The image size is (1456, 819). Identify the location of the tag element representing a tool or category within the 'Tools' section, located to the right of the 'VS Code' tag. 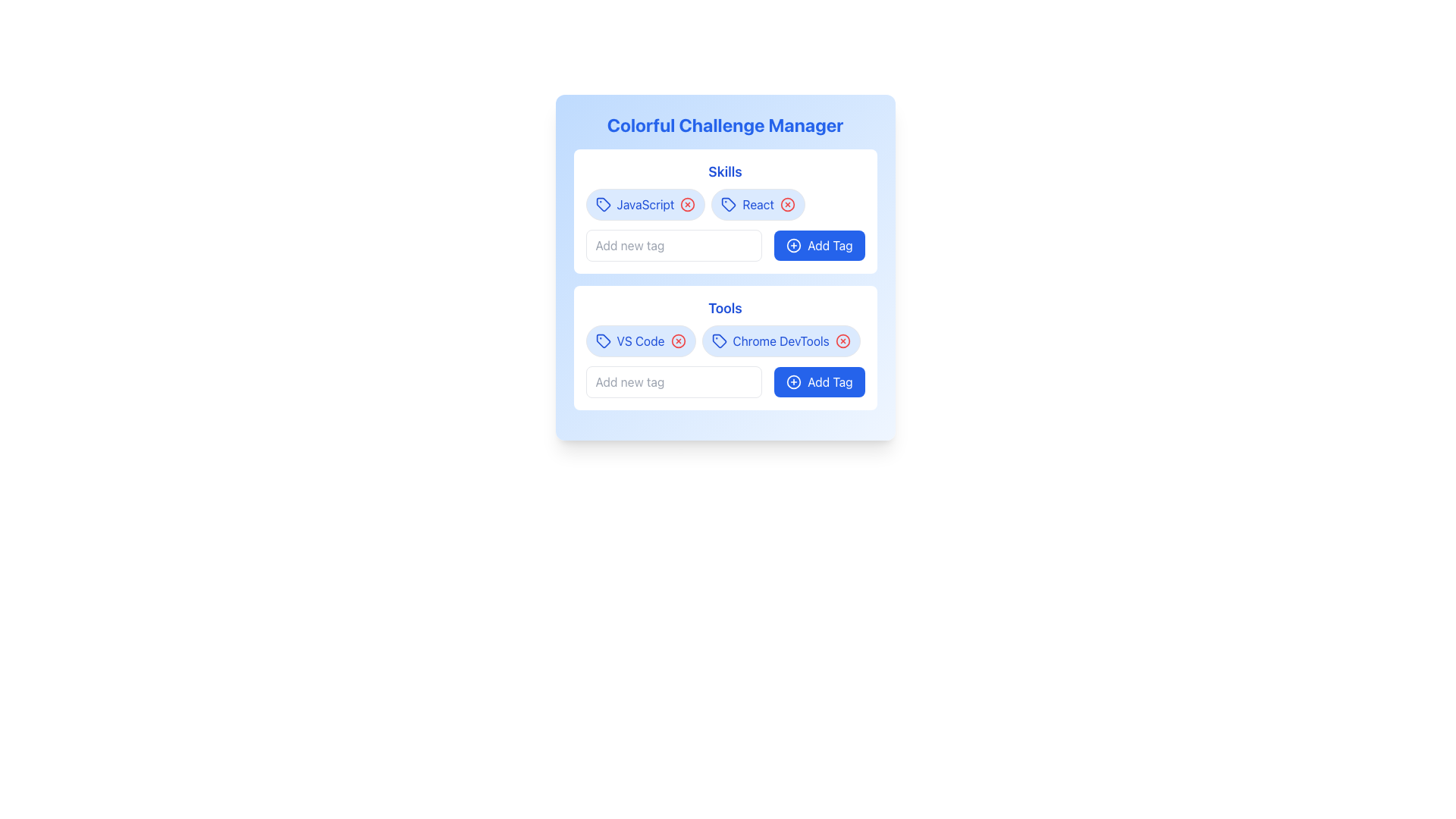
(781, 341).